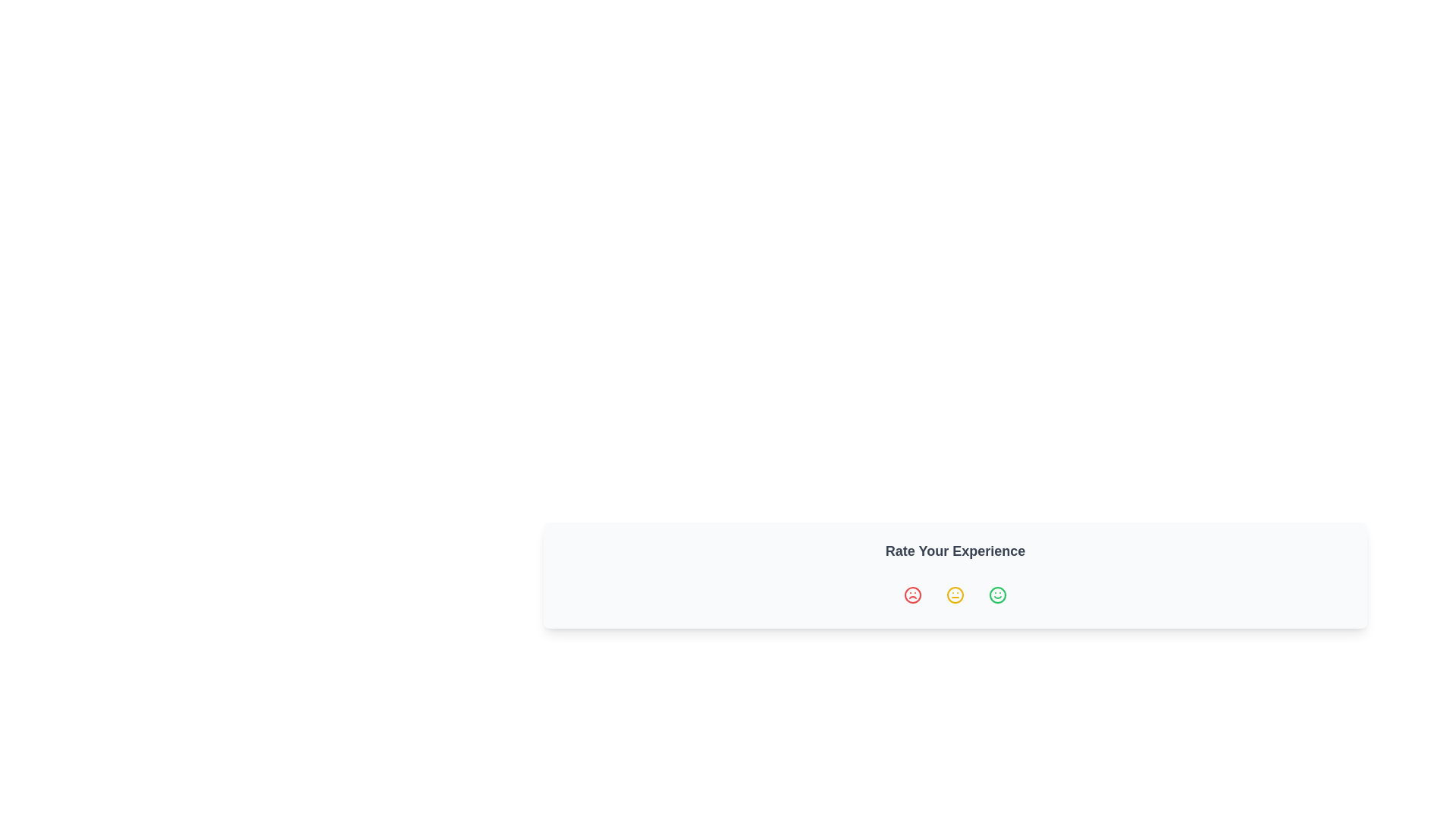 The height and width of the screenshot is (819, 1456). What do you see at coordinates (954, 595) in the screenshot?
I see `the circular icon button with a yellow outline and two small dots inside, which represents a neutral rating` at bounding box center [954, 595].